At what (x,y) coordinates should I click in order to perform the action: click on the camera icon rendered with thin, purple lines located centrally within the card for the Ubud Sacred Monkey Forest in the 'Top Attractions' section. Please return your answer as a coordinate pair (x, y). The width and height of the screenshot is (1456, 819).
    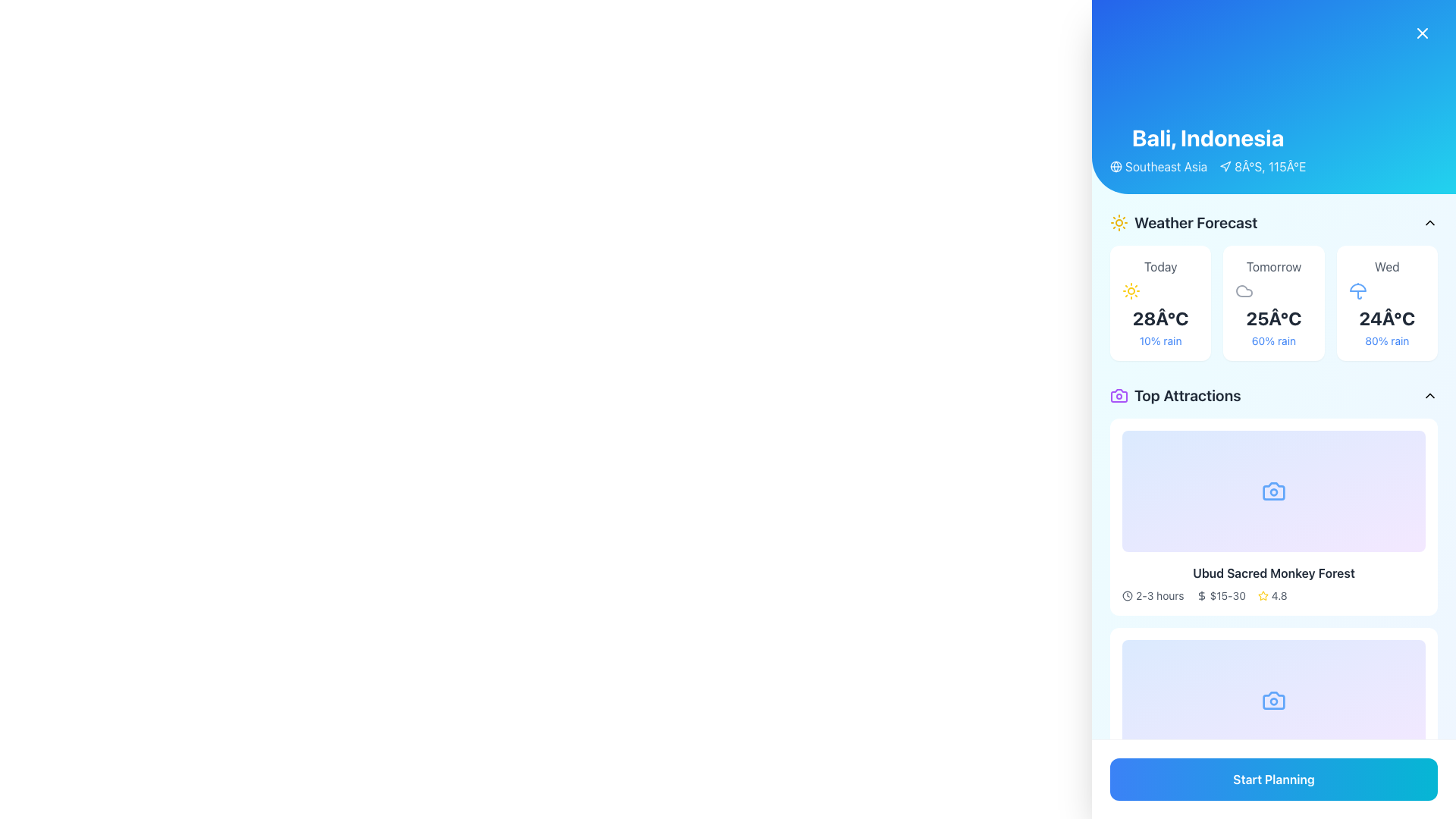
    Looking at the image, I should click on (1119, 394).